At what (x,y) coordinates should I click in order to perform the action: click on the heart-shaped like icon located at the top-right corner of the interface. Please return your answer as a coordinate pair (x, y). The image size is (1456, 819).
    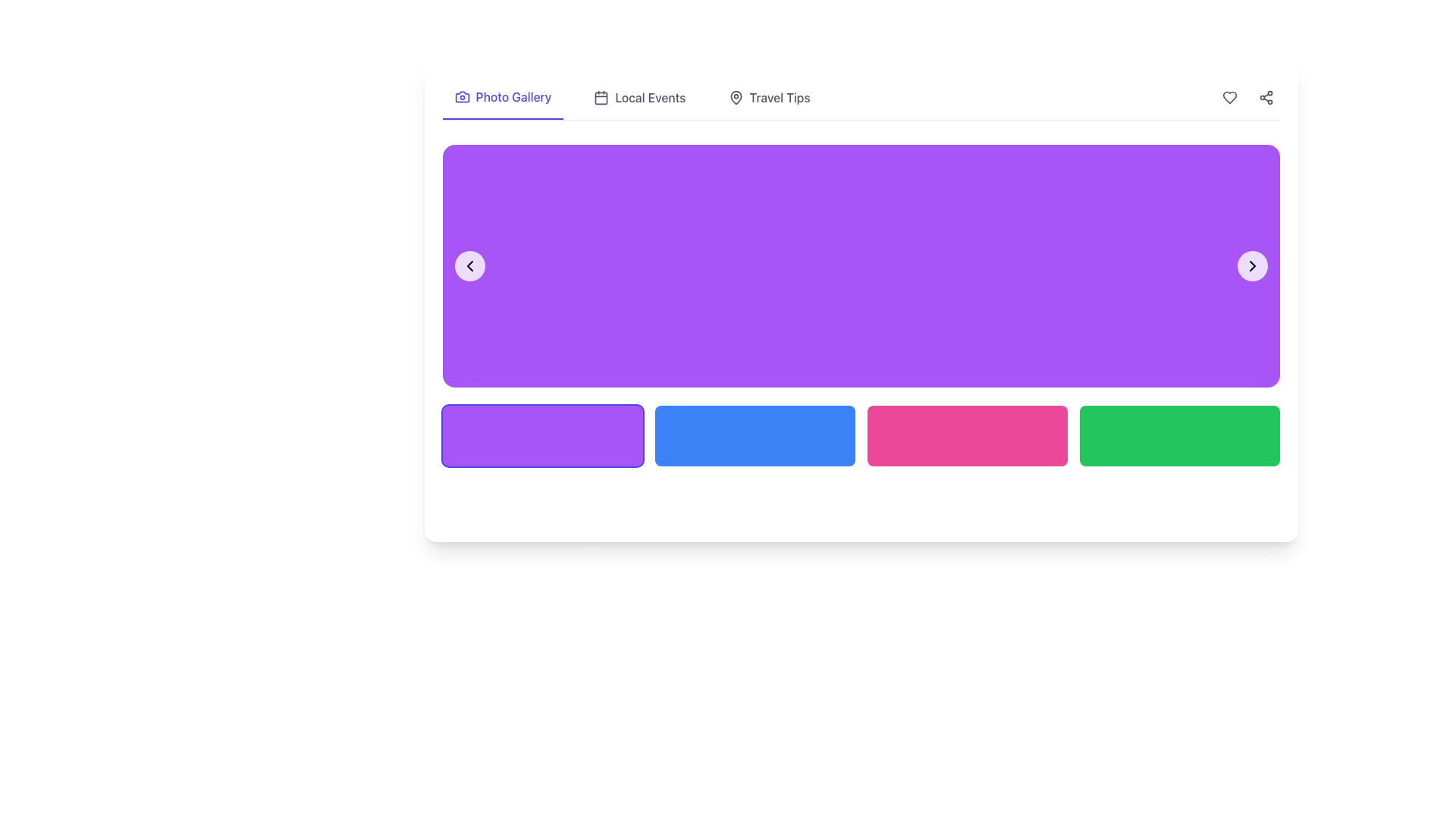
    Looking at the image, I should click on (1229, 97).